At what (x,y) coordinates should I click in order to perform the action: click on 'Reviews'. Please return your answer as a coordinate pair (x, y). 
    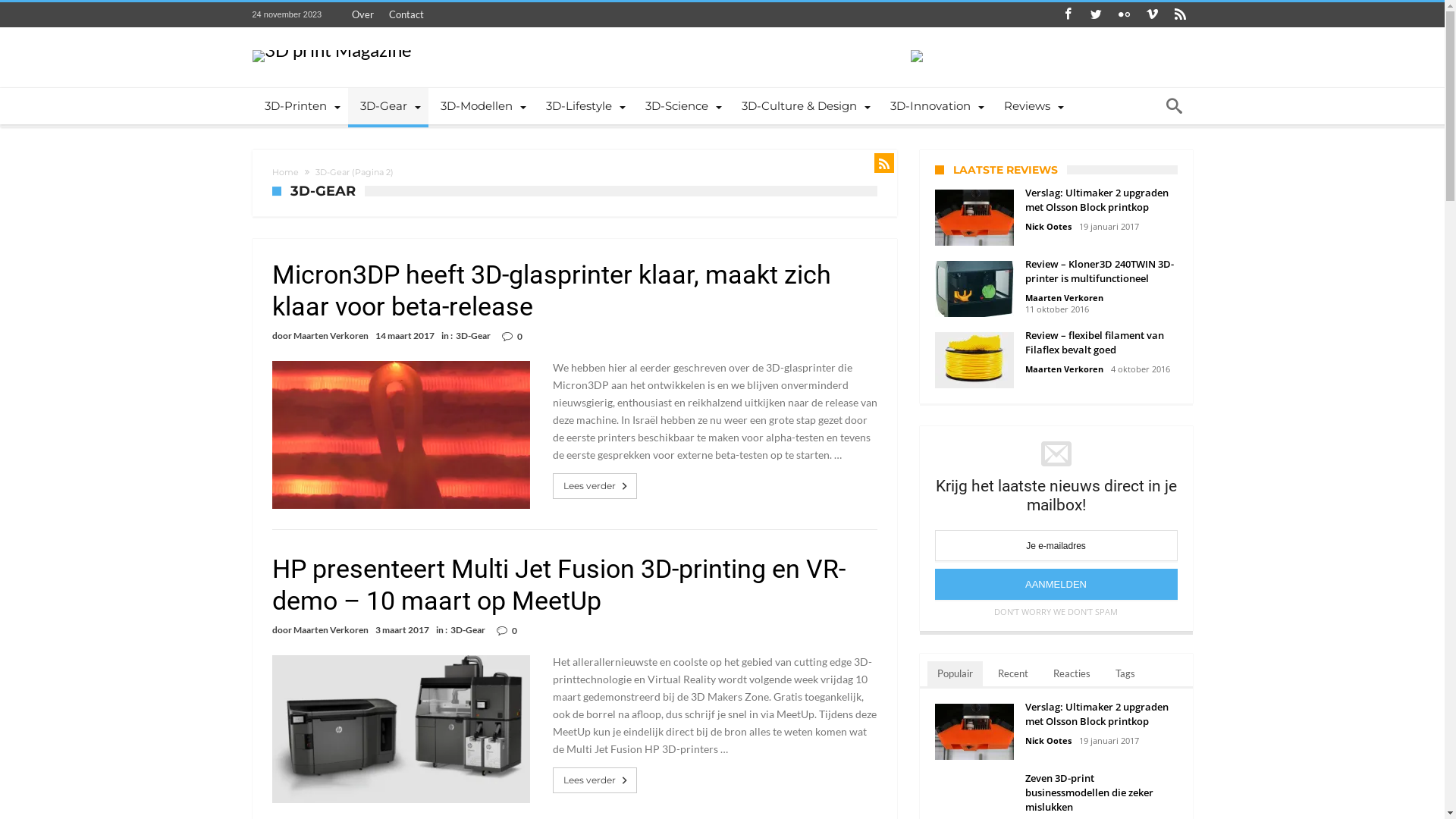
    Looking at the image, I should click on (1031, 105).